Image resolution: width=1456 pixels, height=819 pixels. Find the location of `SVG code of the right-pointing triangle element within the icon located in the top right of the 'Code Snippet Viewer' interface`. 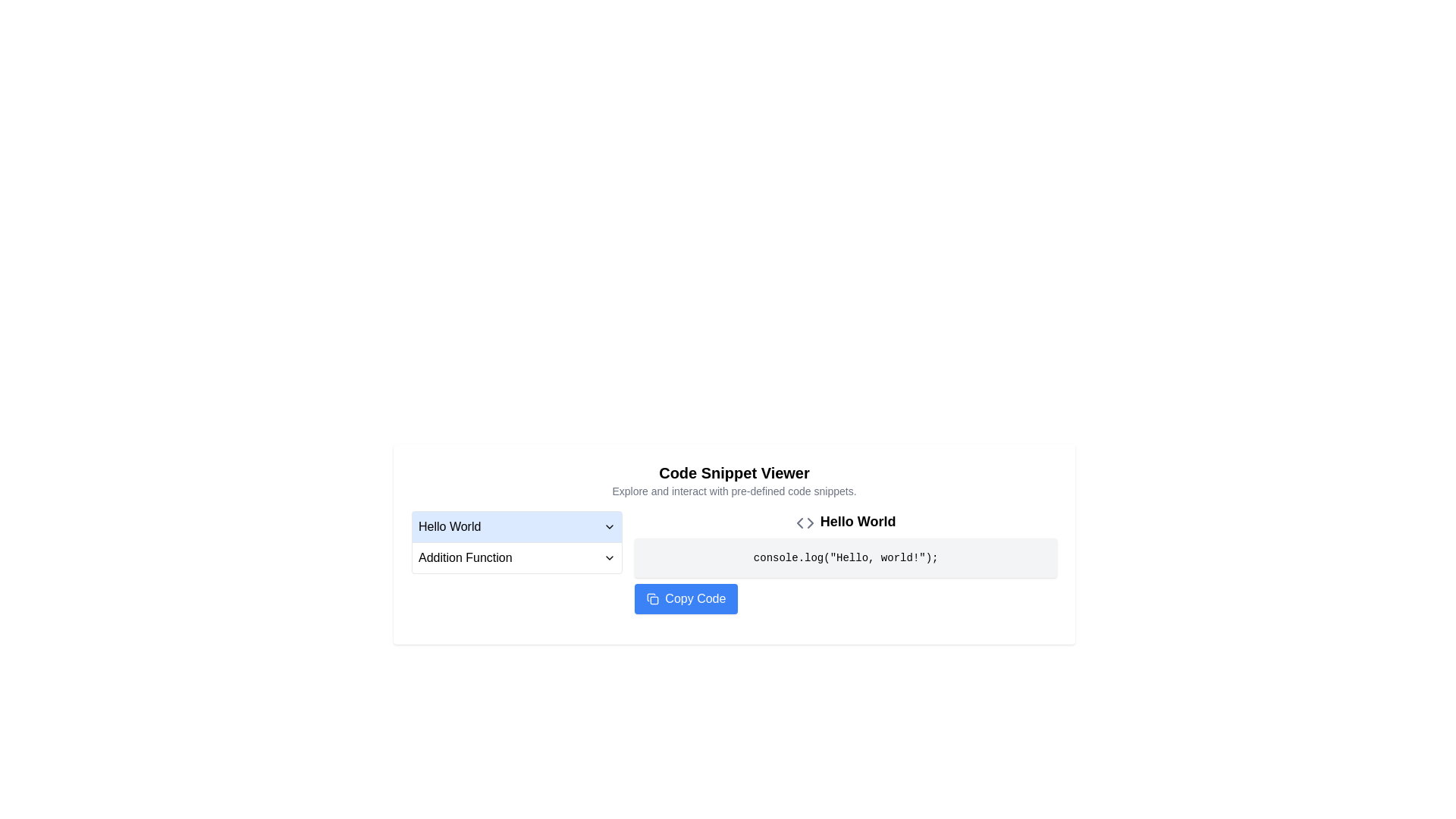

SVG code of the right-pointing triangle element within the icon located in the top right of the 'Code Snippet Viewer' interface is located at coordinates (809, 522).